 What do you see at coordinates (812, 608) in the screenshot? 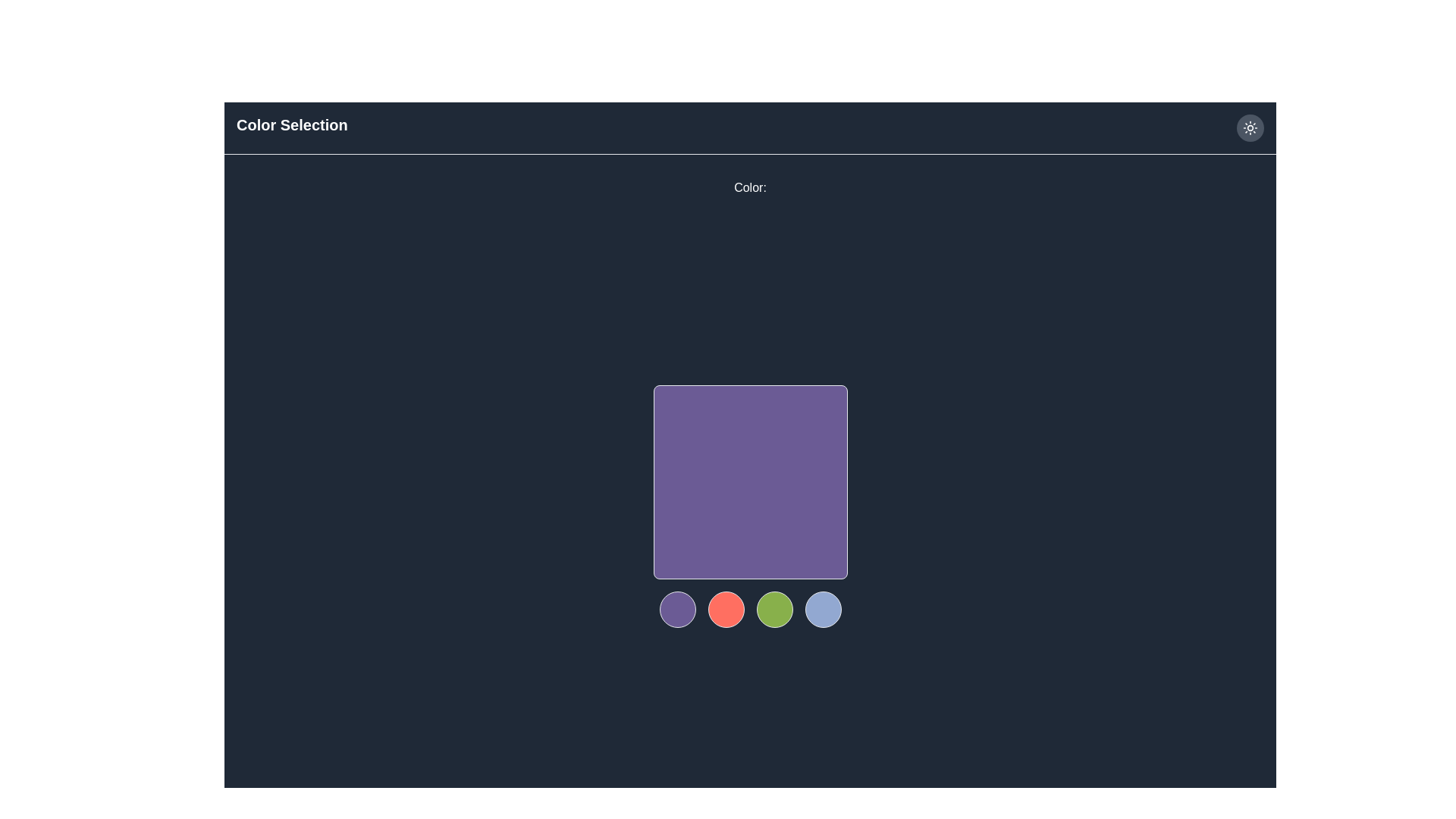
I see `the small circular SVG graphic element located within the rightmost circular button, which is styled with a transparent background and thin border, positioned beneath the central purple square` at bounding box center [812, 608].